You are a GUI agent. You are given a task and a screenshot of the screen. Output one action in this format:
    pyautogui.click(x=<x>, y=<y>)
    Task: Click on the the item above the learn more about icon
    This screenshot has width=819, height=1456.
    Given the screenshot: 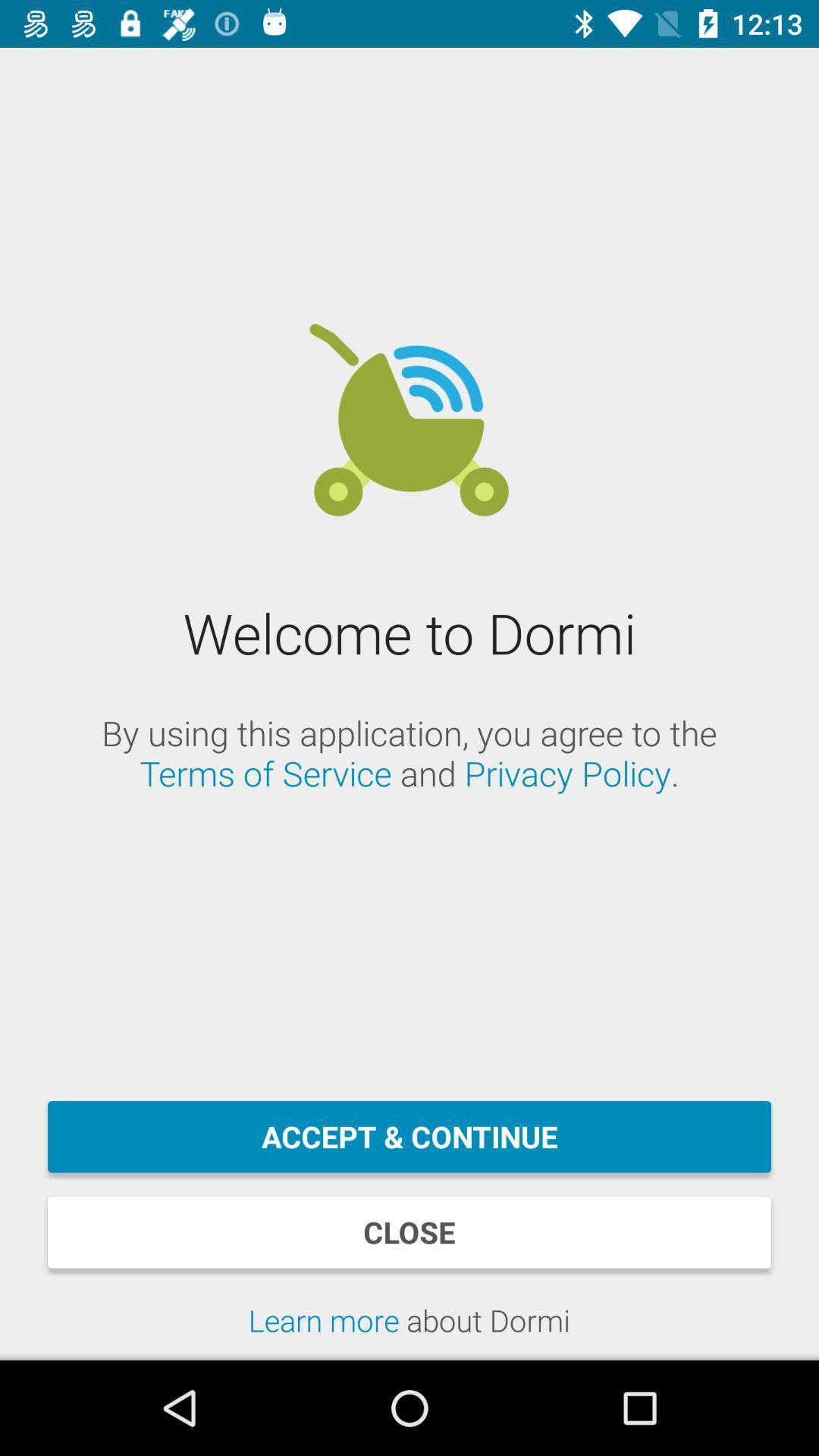 What is the action you would take?
    pyautogui.click(x=409, y=1232)
    